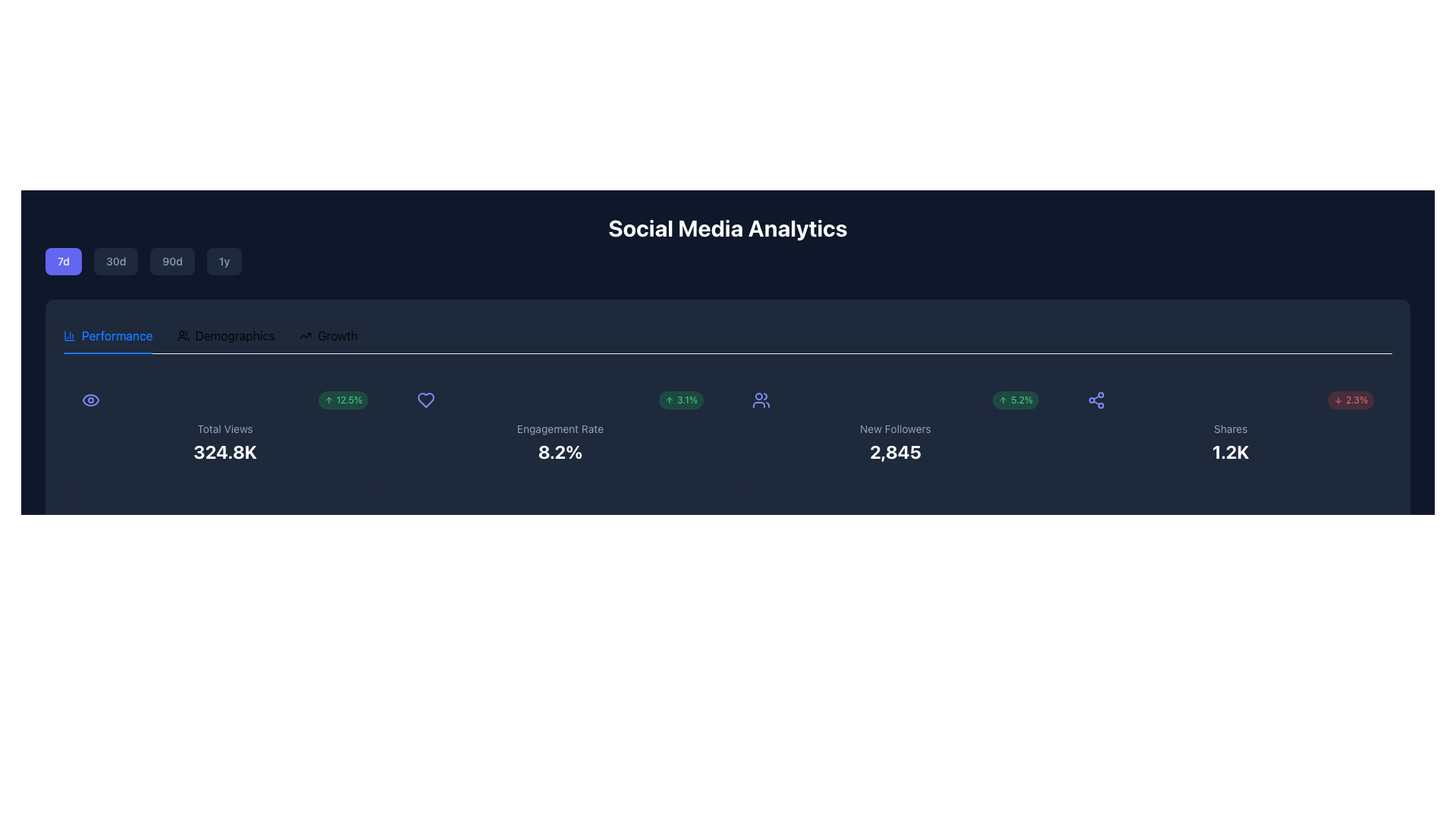 The image size is (1456, 819). What do you see at coordinates (224, 260) in the screenshot?
I see `the '1y' button, which is the fourth button in a horizontal group of four buttons labeled '7d', '30d', '90d', and '1y', located near the top-left region of the interface, to change its appearance` at bounding box center [224, 260].